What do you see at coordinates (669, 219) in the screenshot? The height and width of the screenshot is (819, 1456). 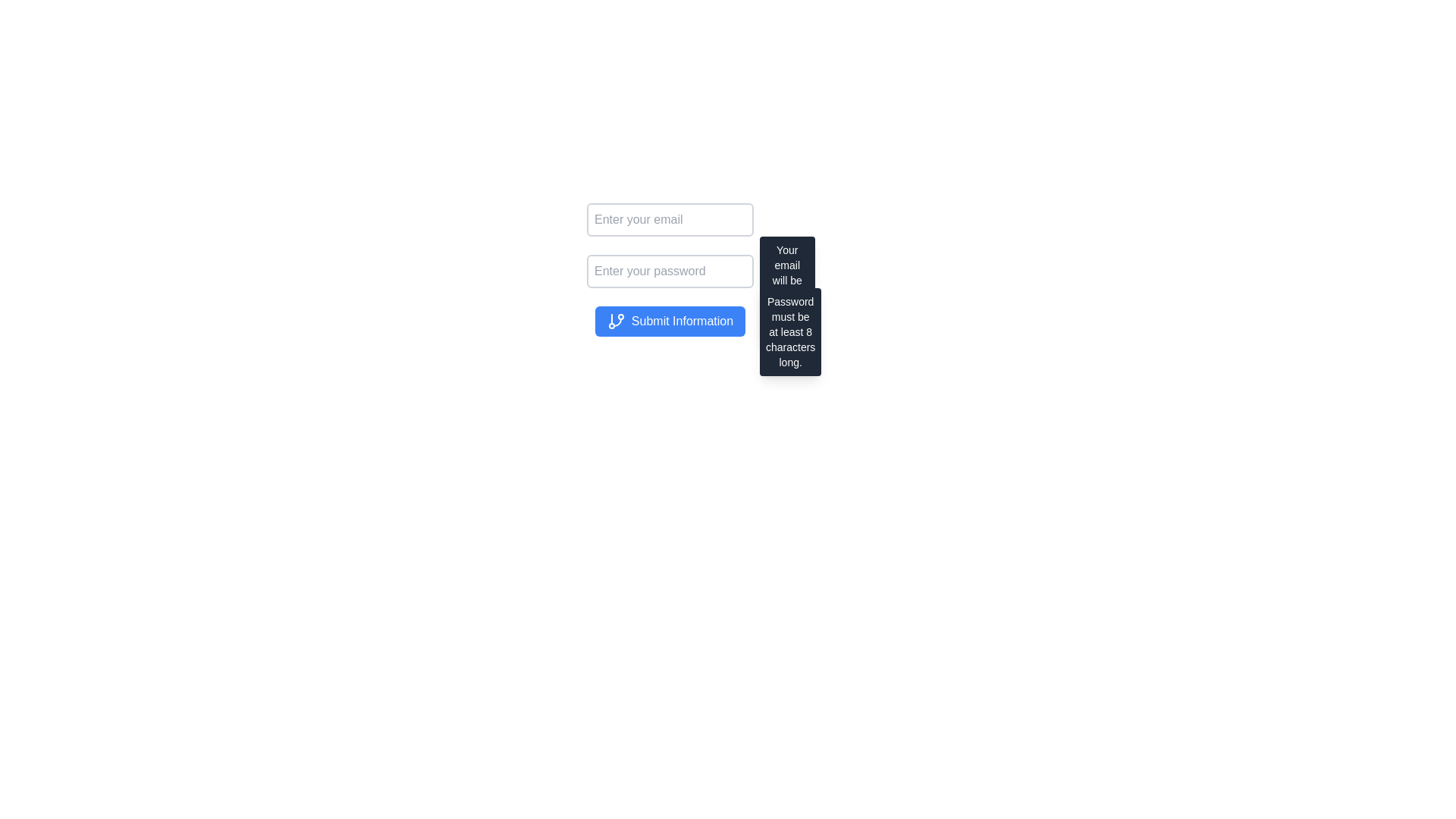 I see `the email input field, which is identified by its placeholder text 'Enter your email' and is positioned above the password input field in the form group` at bounding box center [669, 219].